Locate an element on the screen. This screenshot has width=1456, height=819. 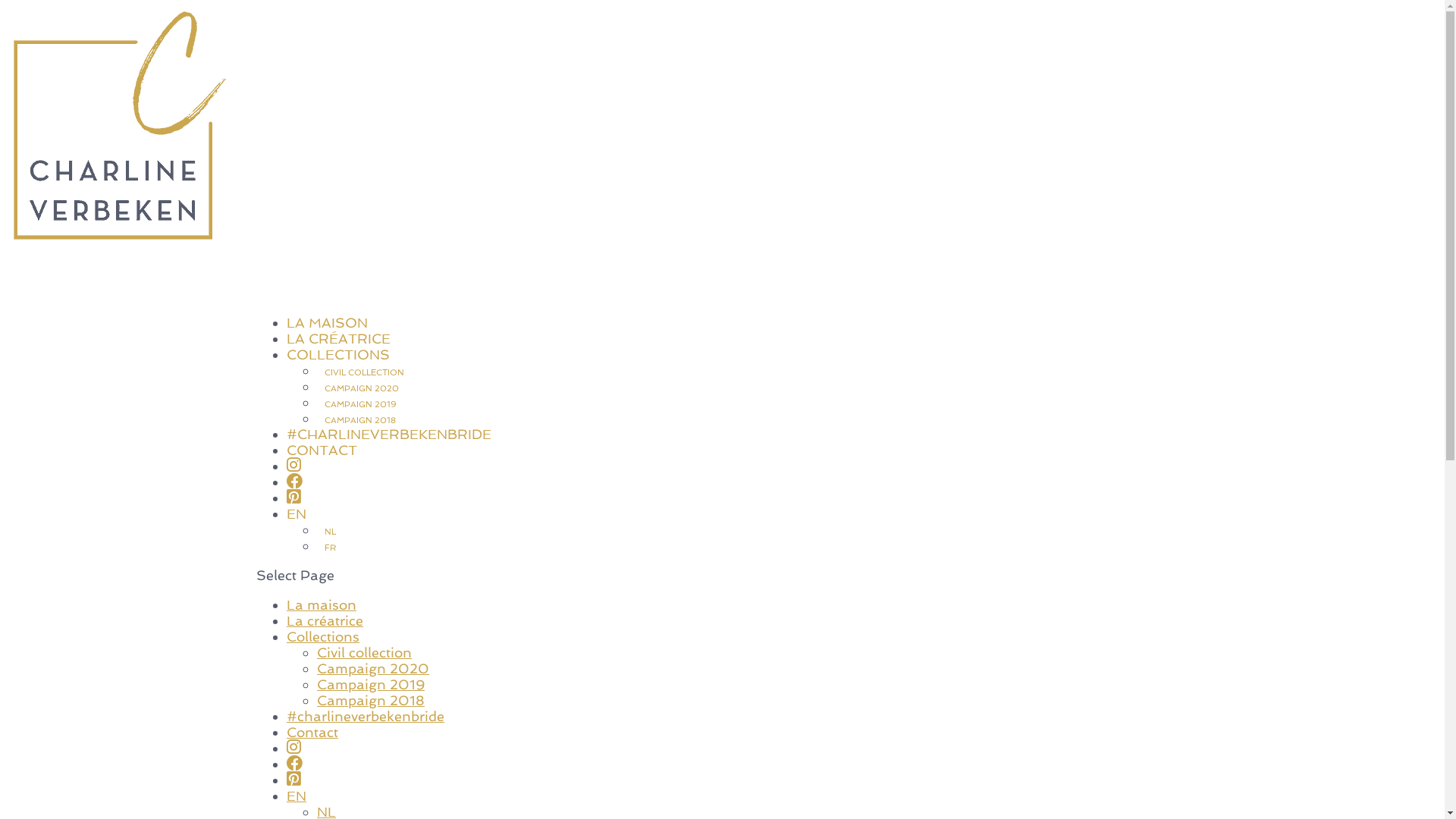
'COLLECTIONS' is located at coordinates (337, 380).